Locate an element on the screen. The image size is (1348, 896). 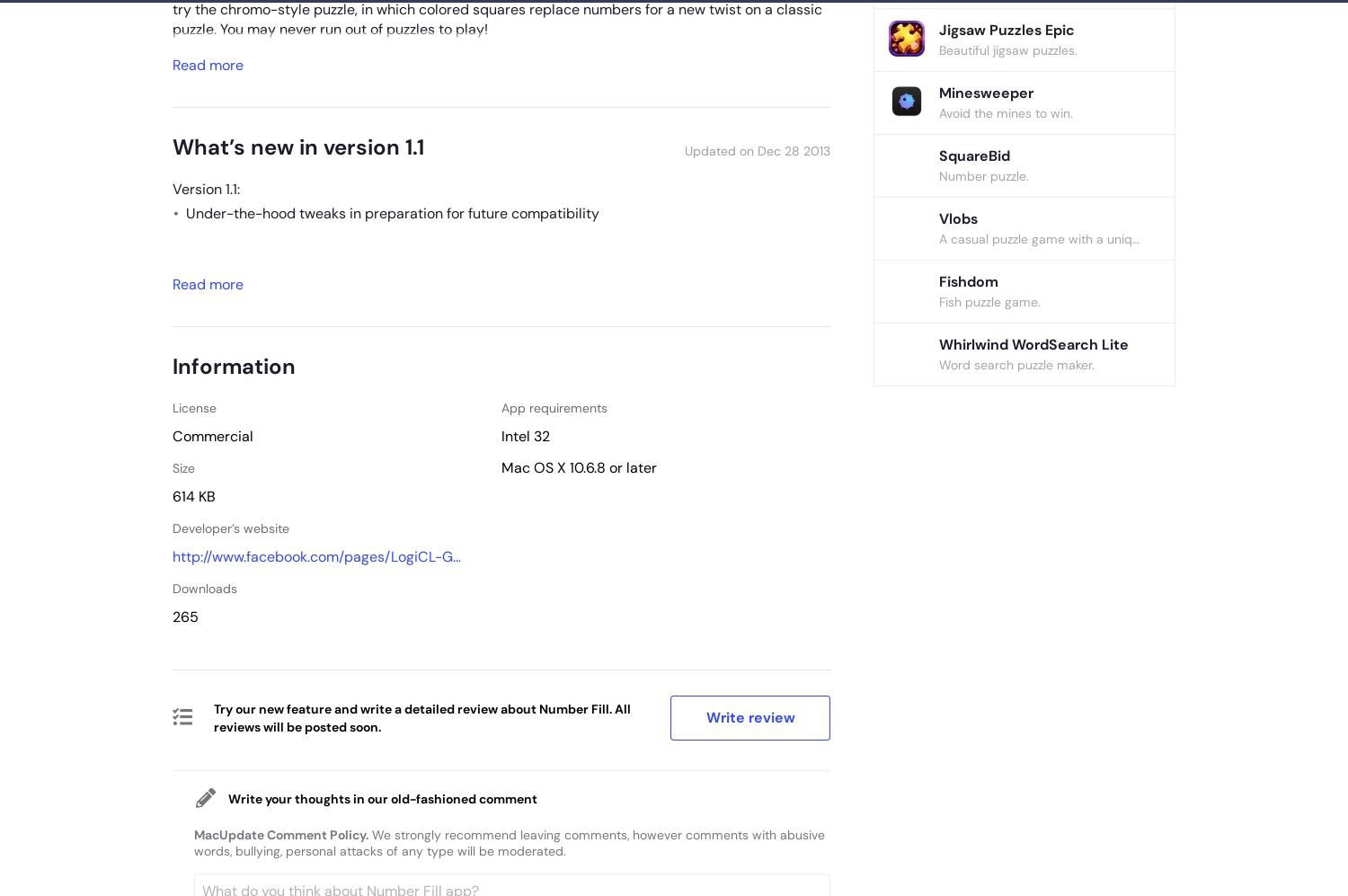
'Dec 28 2013' is located at coordinates (794, 149).